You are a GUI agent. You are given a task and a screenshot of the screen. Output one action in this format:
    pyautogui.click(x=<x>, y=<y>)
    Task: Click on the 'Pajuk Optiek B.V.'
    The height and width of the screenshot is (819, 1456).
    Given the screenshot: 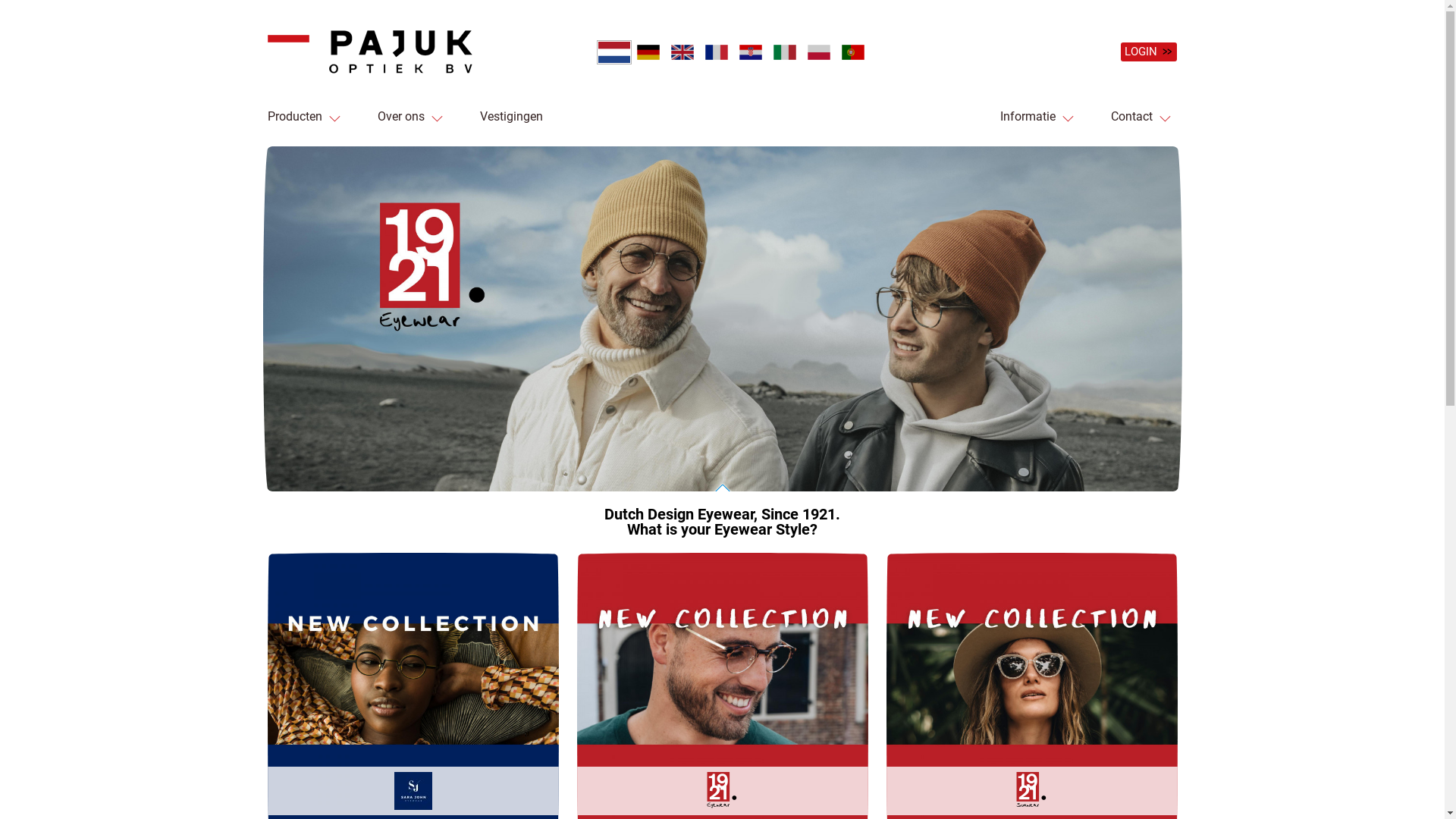 What is the action you would take?
    pyautogui.click(x=266, y=51)
    